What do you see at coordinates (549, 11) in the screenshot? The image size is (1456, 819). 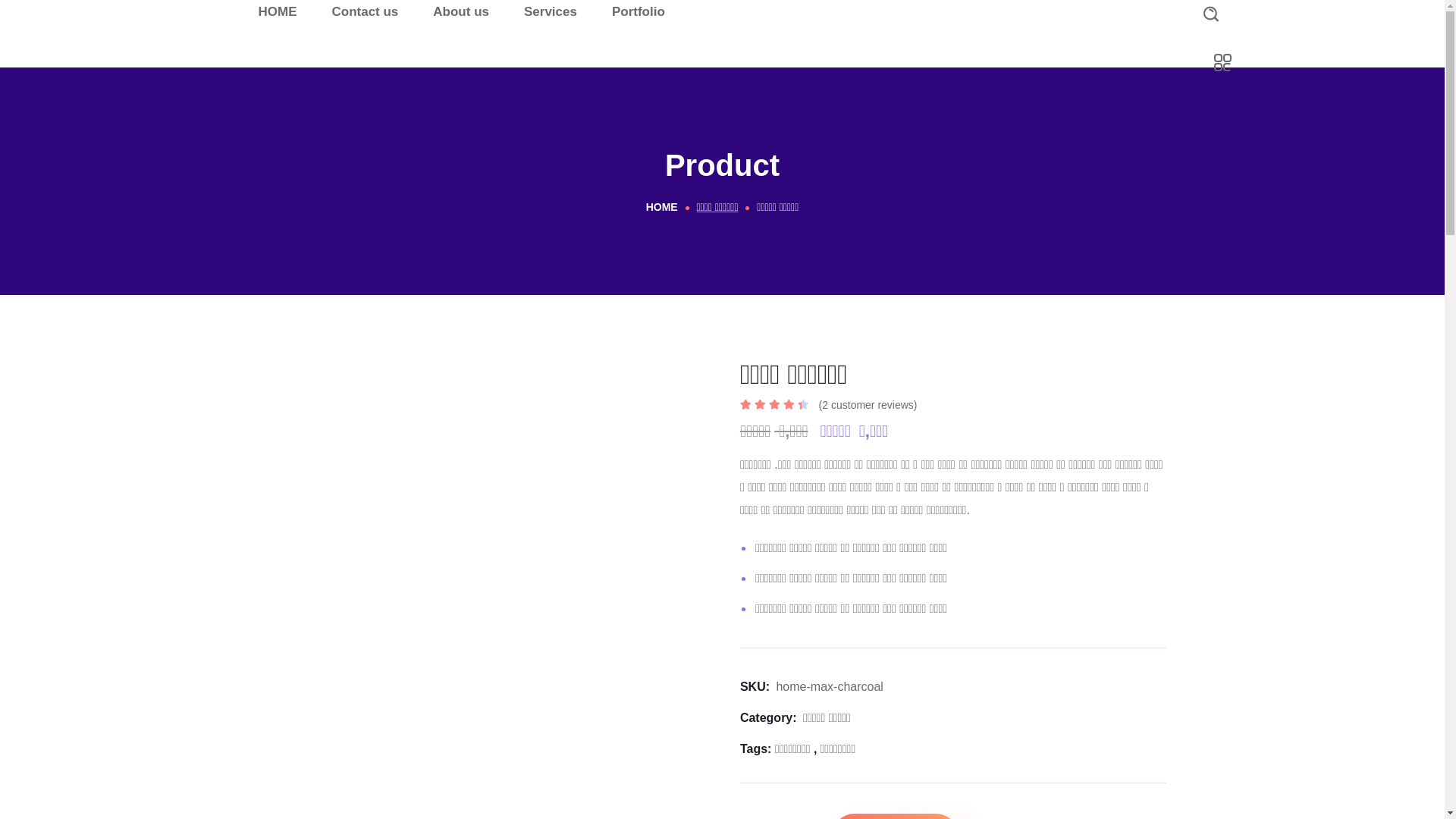 I see `'Services'` at bounding box center [549, 11].